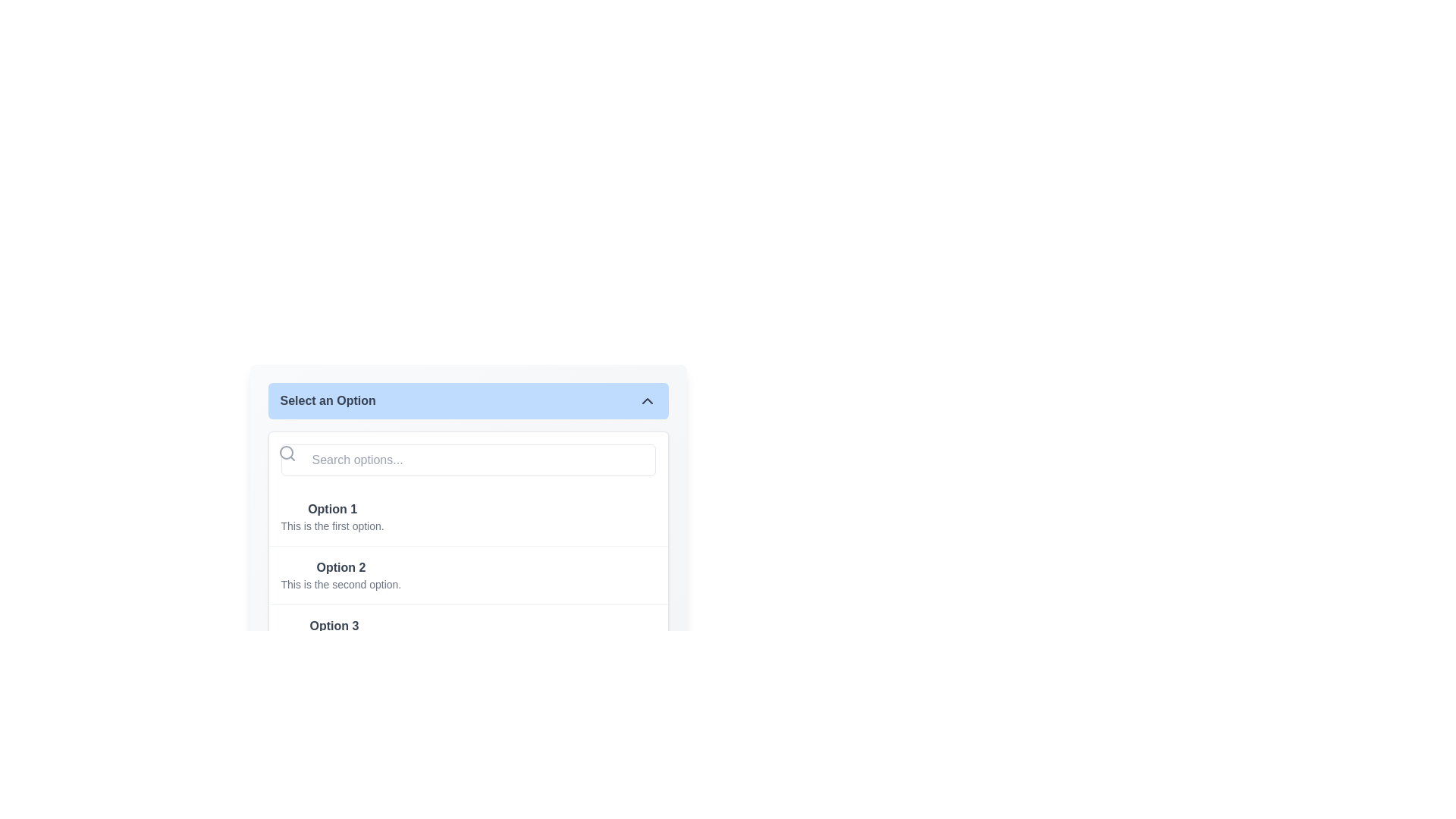 The width and height of the screenshot is (1456, 819). Describe the element at coordinates (467, 633) in the screenshot. I see `the third option in the dropdown list, positioned below 'Option 2' and above 'Option 4'` at that location.